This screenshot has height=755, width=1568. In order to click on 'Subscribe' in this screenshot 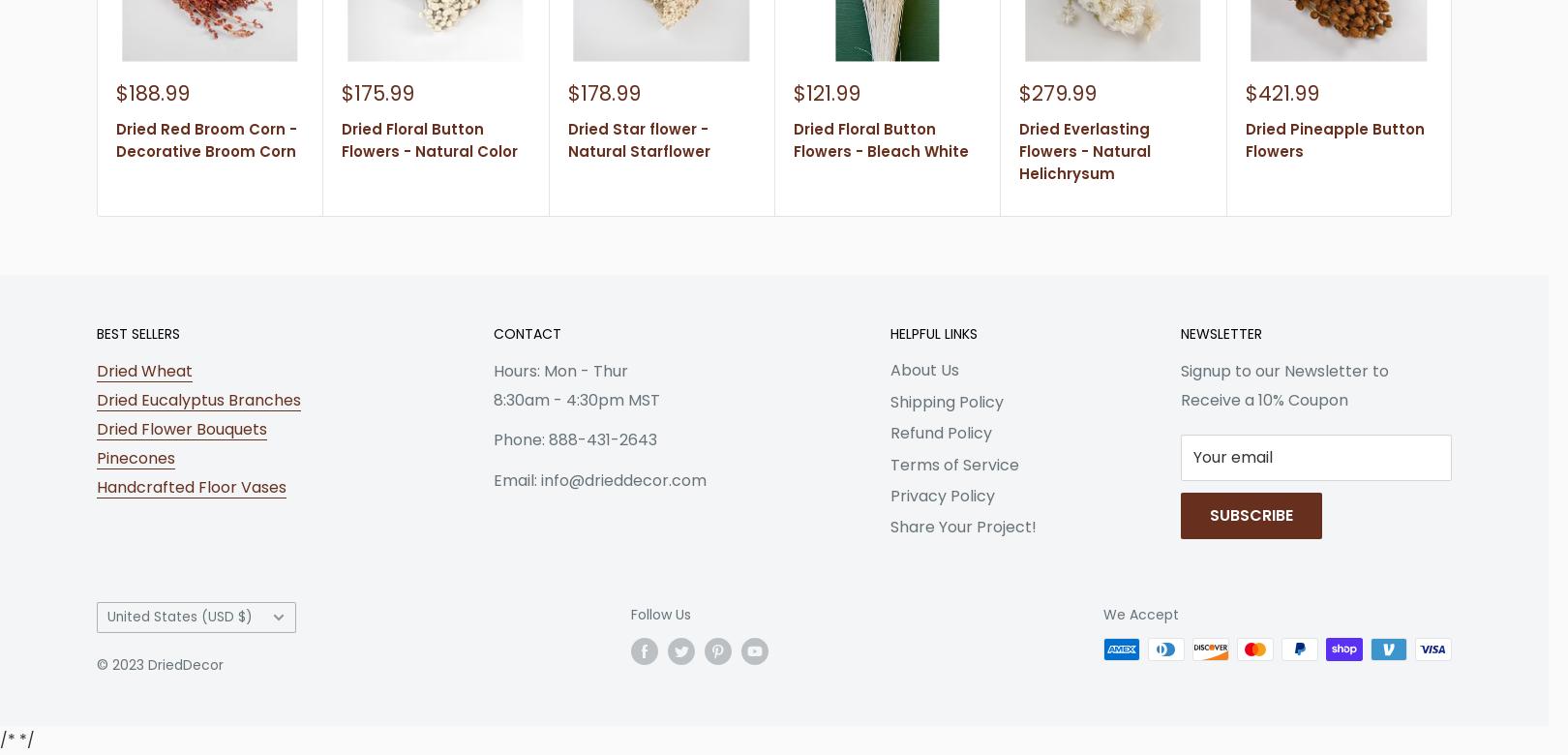, I will do `click(1251, 514)`.